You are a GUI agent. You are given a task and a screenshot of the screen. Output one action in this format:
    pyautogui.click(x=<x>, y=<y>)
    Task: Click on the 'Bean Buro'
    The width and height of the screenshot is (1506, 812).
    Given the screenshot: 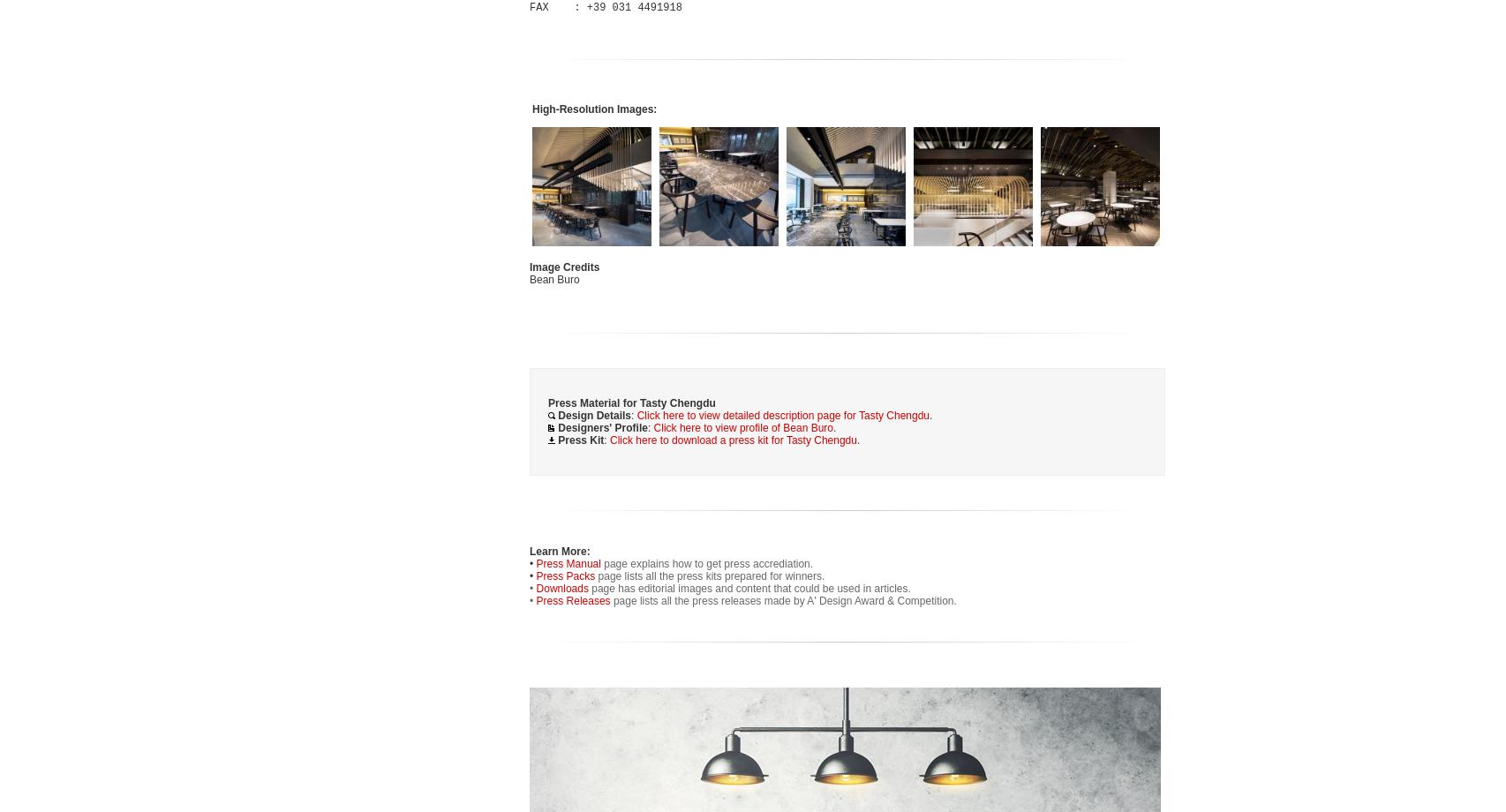 What is the action you would take?
    pyautogui.click(x=553, y=280)
    